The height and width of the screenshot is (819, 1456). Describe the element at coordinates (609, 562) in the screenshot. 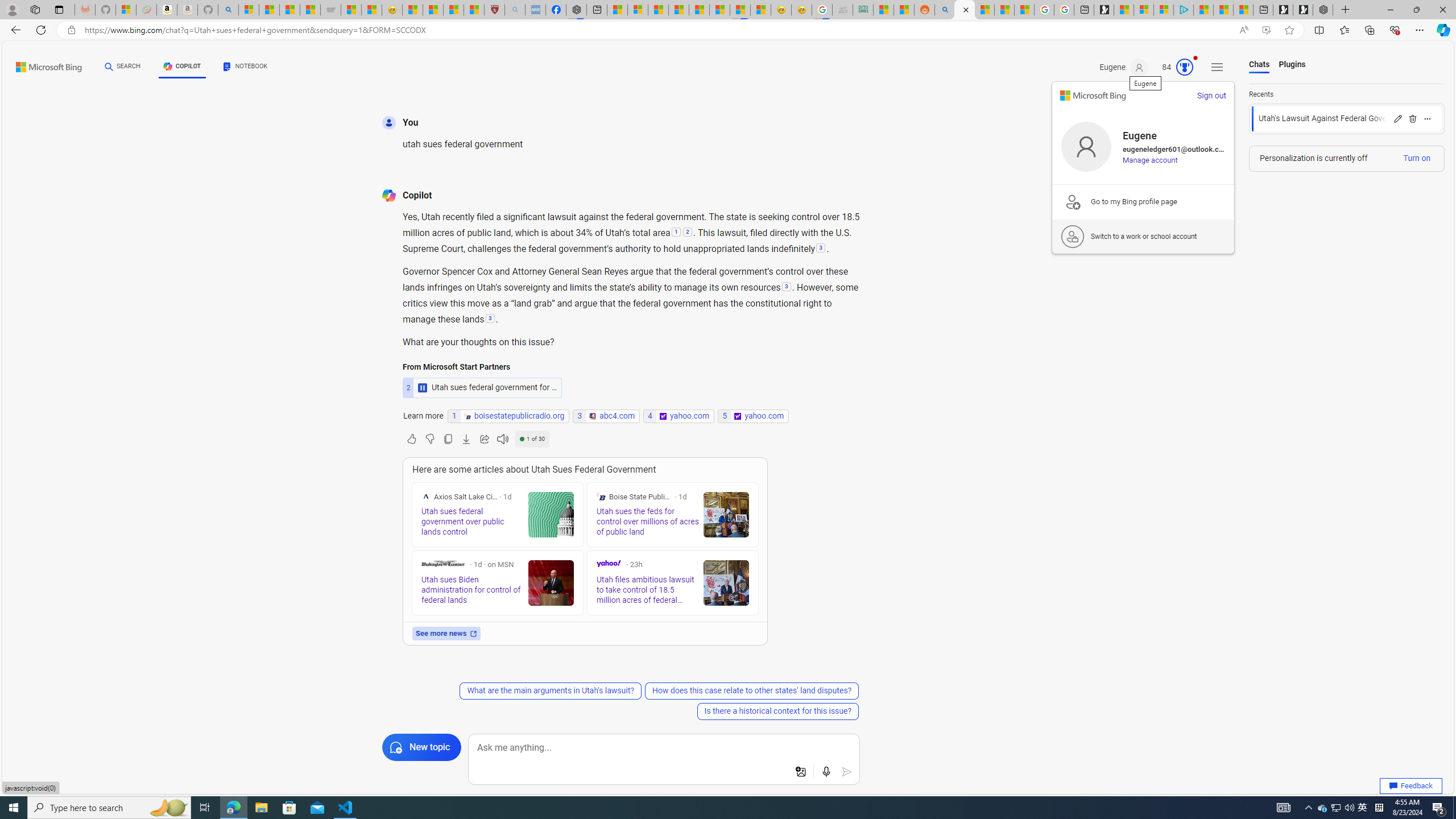

I see `'Yahoo'` at that location.